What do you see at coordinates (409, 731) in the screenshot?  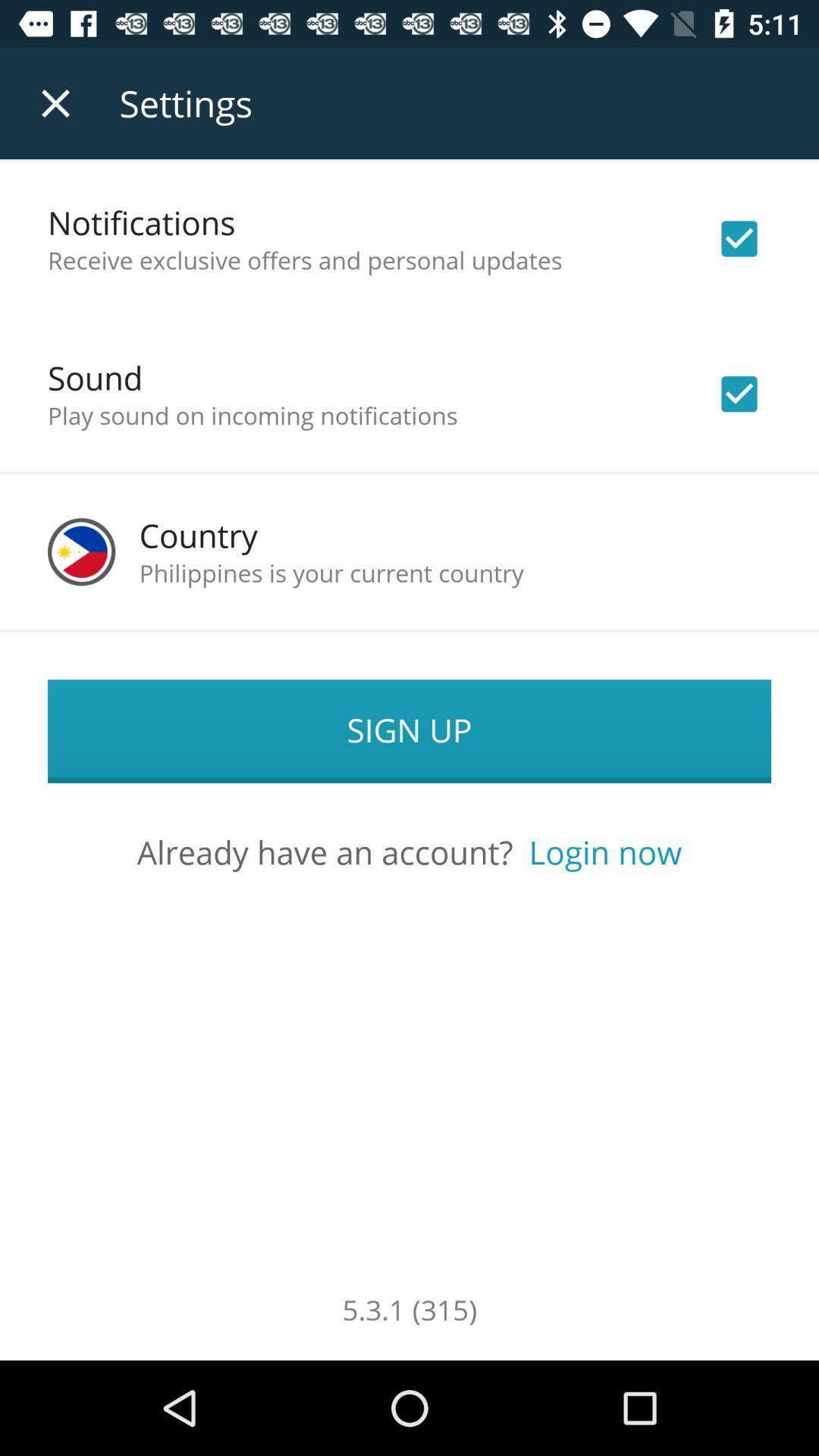 I see `sign up item` at bounding box center [409, 731].